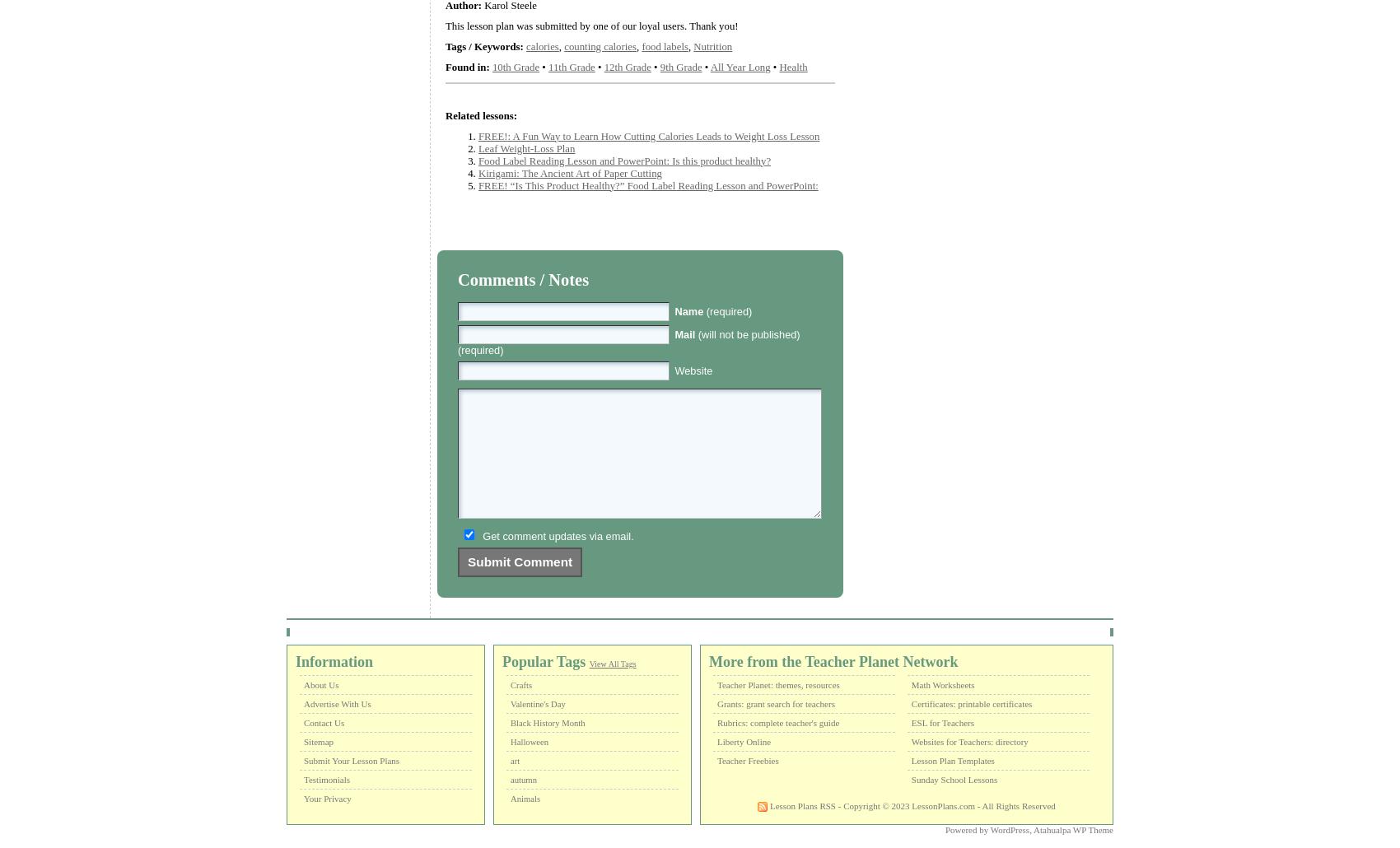 This screenshot has height=848, width=1400. I want to click on 'Atahualpa WP Theme', so click(1032, 828).